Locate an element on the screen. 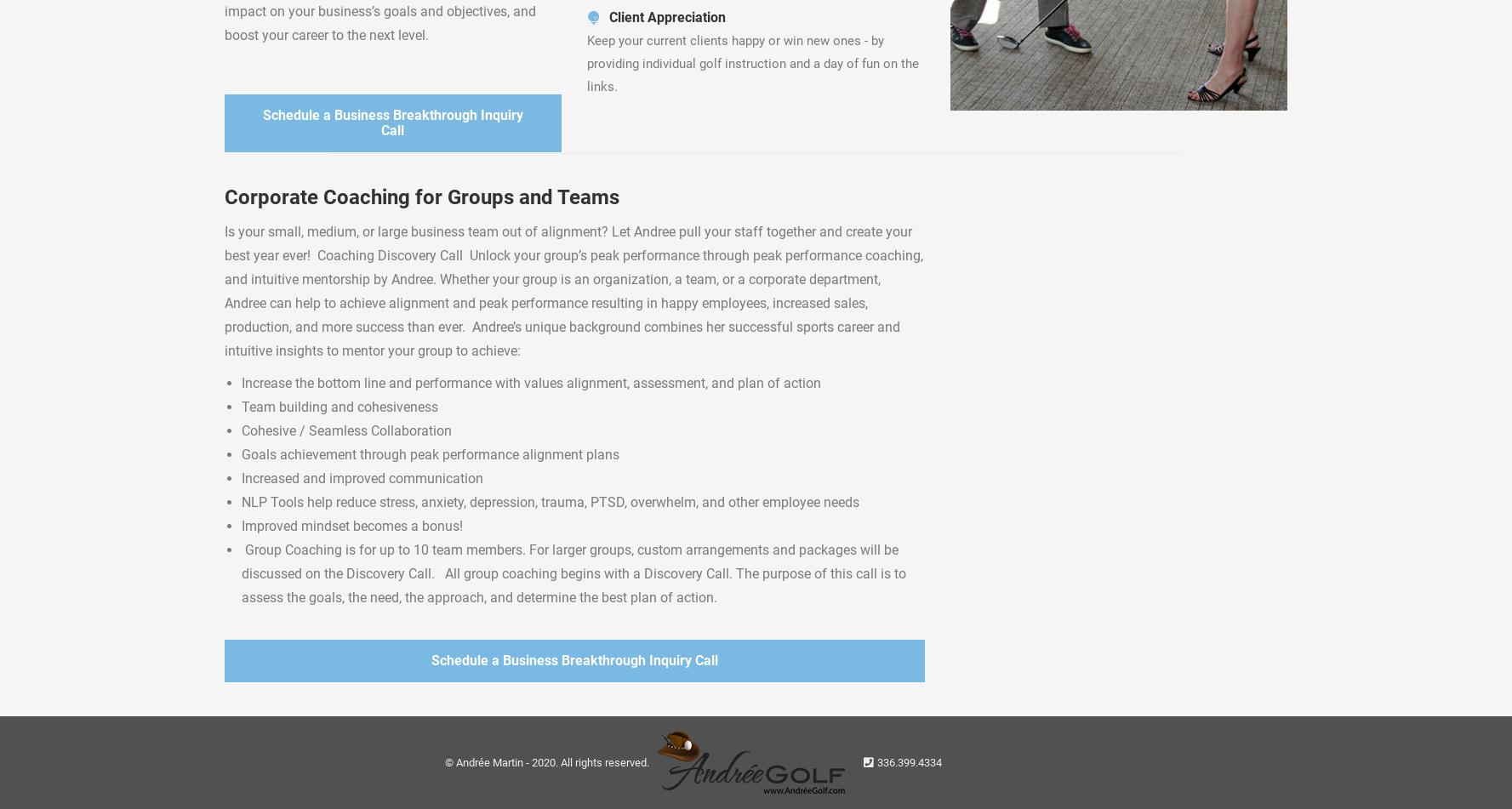 The image size is (1512, 809). 'Keep your current clients happy or win new ones - by providing individual golf instruction and a day of fun on the links.' is located at coordinates (586, 64).